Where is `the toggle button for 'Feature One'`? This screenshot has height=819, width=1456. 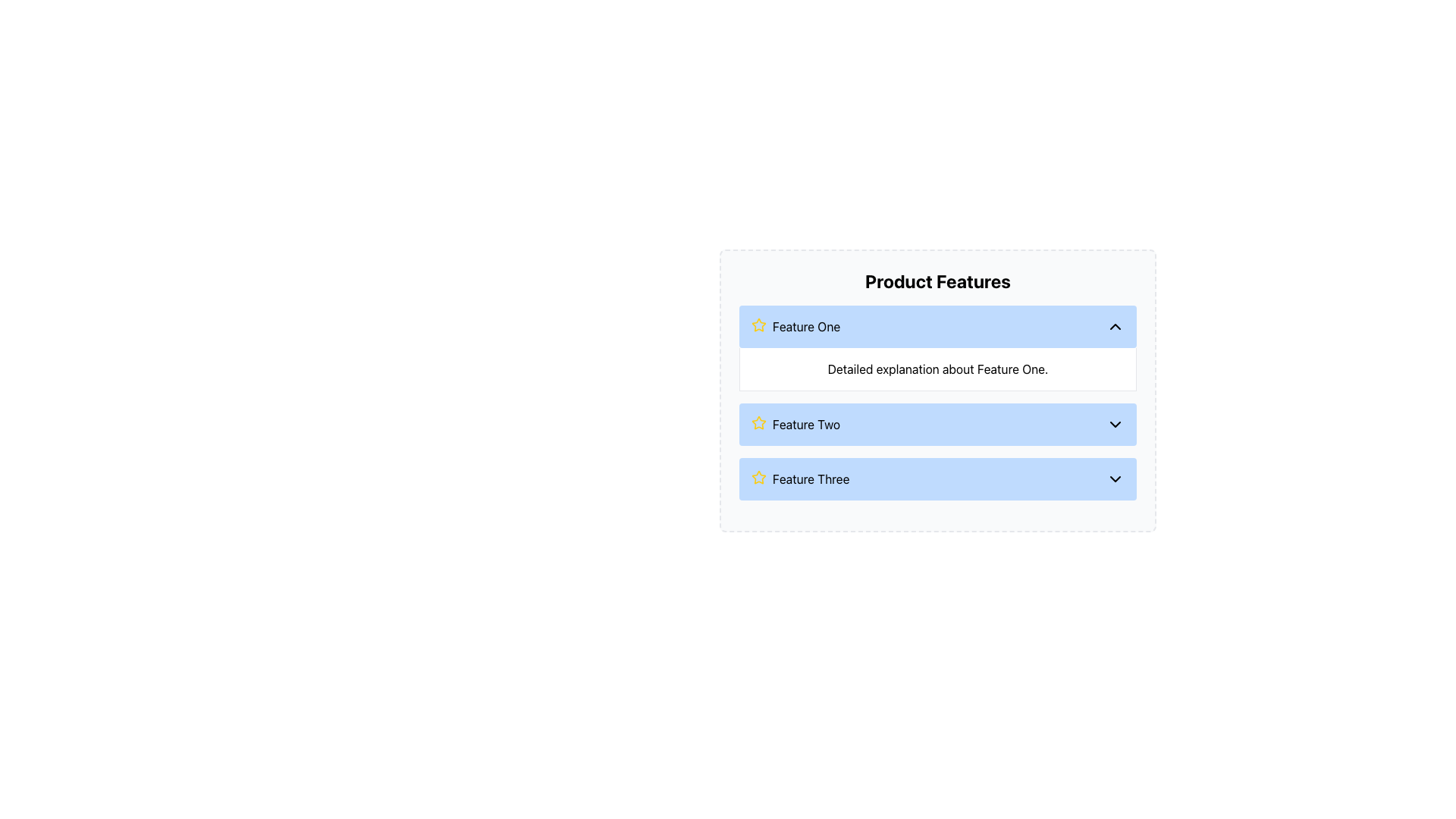
the toggle button for 'Feature One' is located at coordinates (937, 326).